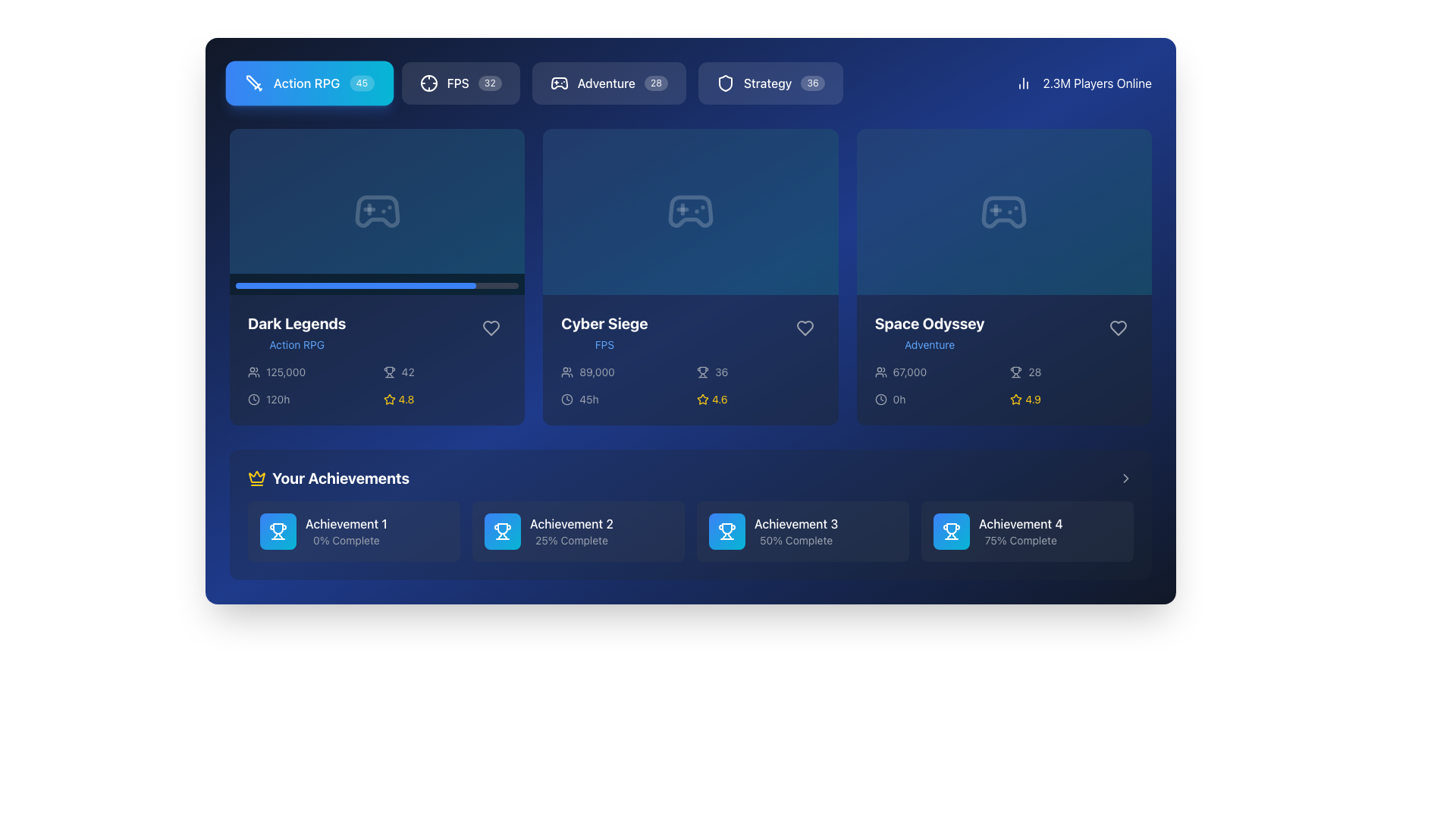 This screenshot has width=1456, height=819. What do you see at coordinates (1027, 531) in the screenshot?
I see `the Informational display element that shows '75% Complete' for 'Achievement 4', located in the 'Your Achievements' section as the fourth item in a horizontal series` at bounding box center [1027, 531].